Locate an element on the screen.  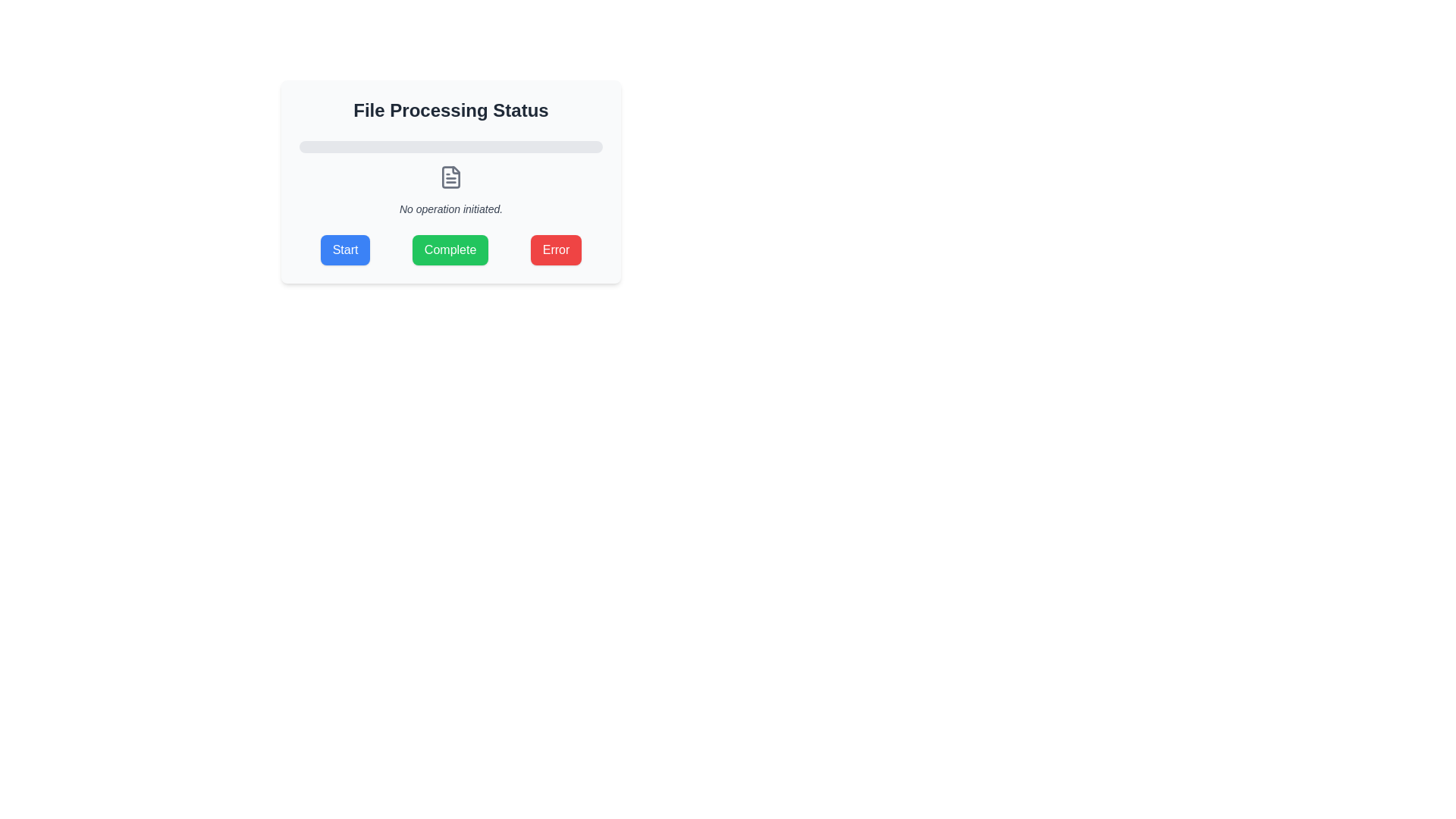
the 'Complete' button, which has a green background and is positioned between the 'Start' button and the 'Error' button at the bottom of the card is located at coordinates (450, 249).